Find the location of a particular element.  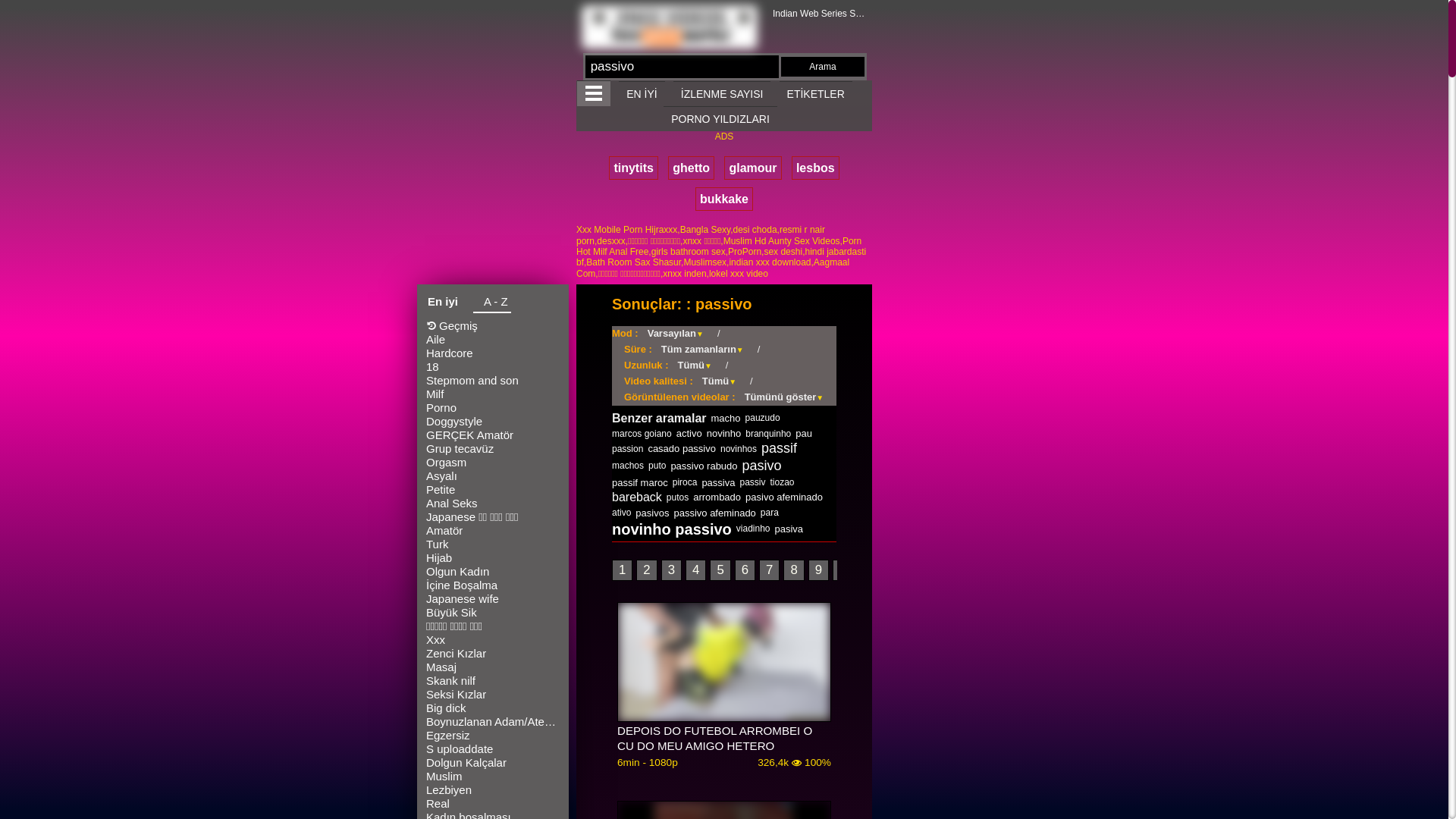

'passion' is located at coordinates (611, 447).